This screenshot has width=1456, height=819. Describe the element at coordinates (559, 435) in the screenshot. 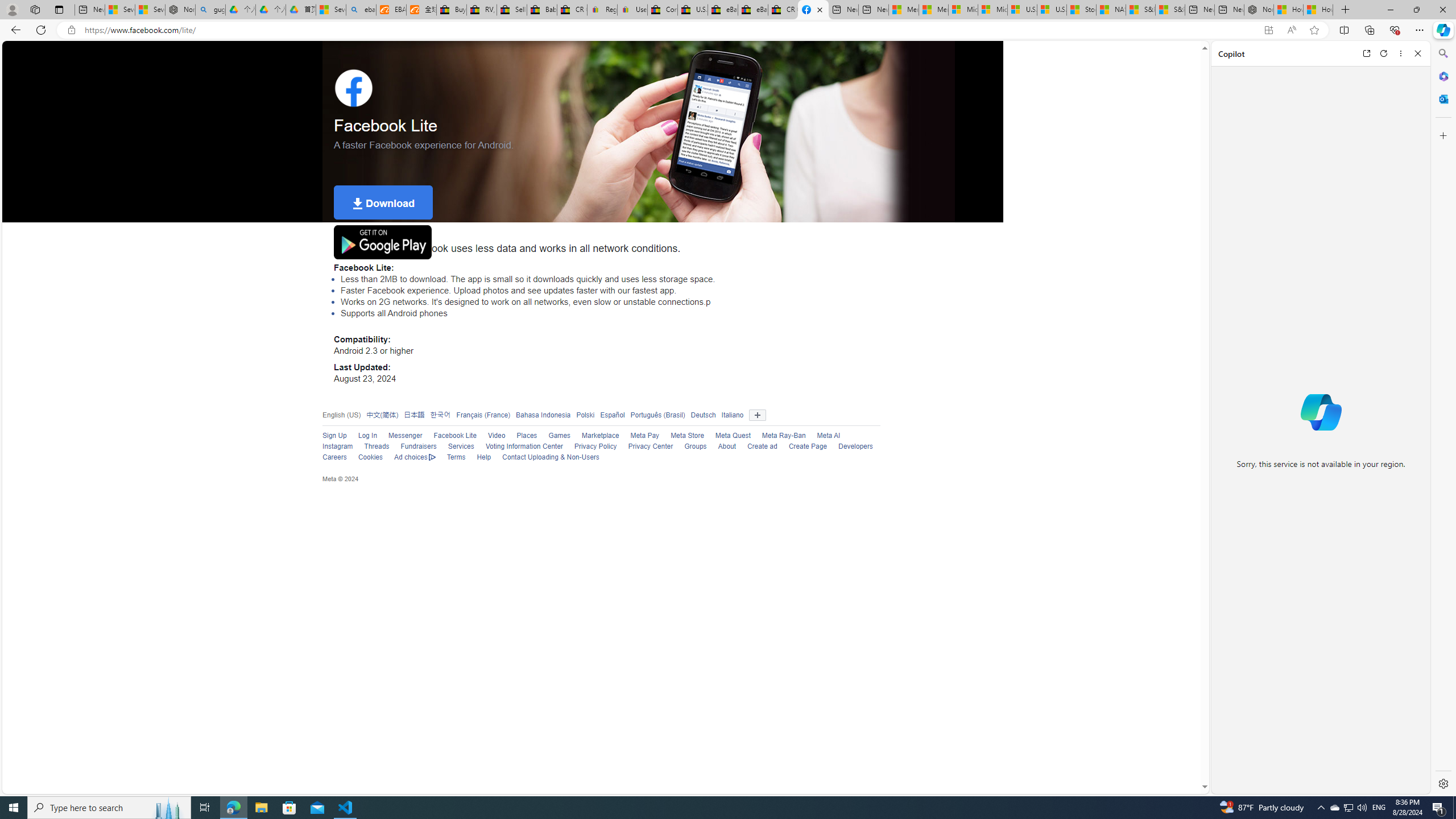

I see `'Games'` at that location.